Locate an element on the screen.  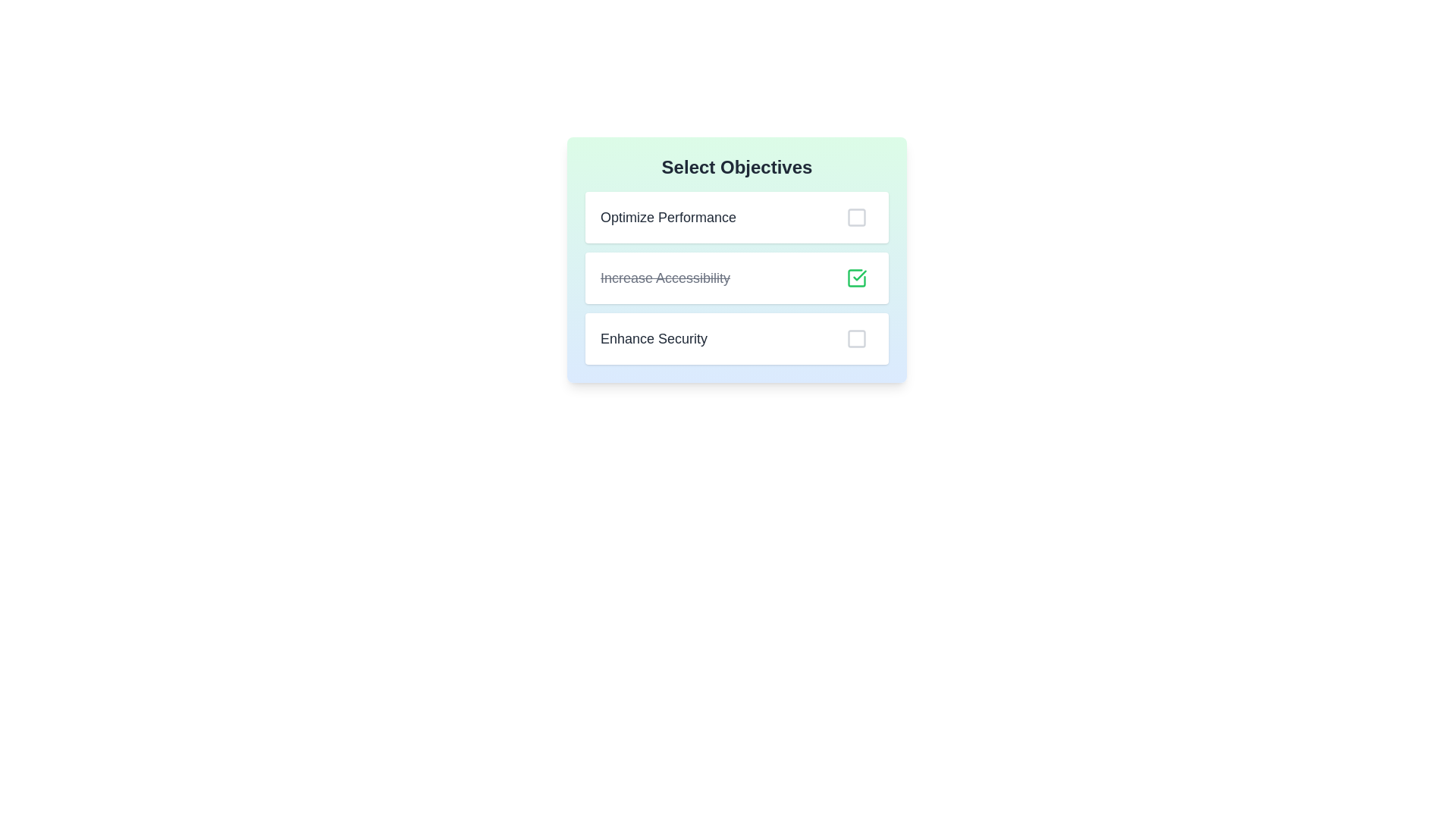
the checkbox is located at coordinates (856, 278).